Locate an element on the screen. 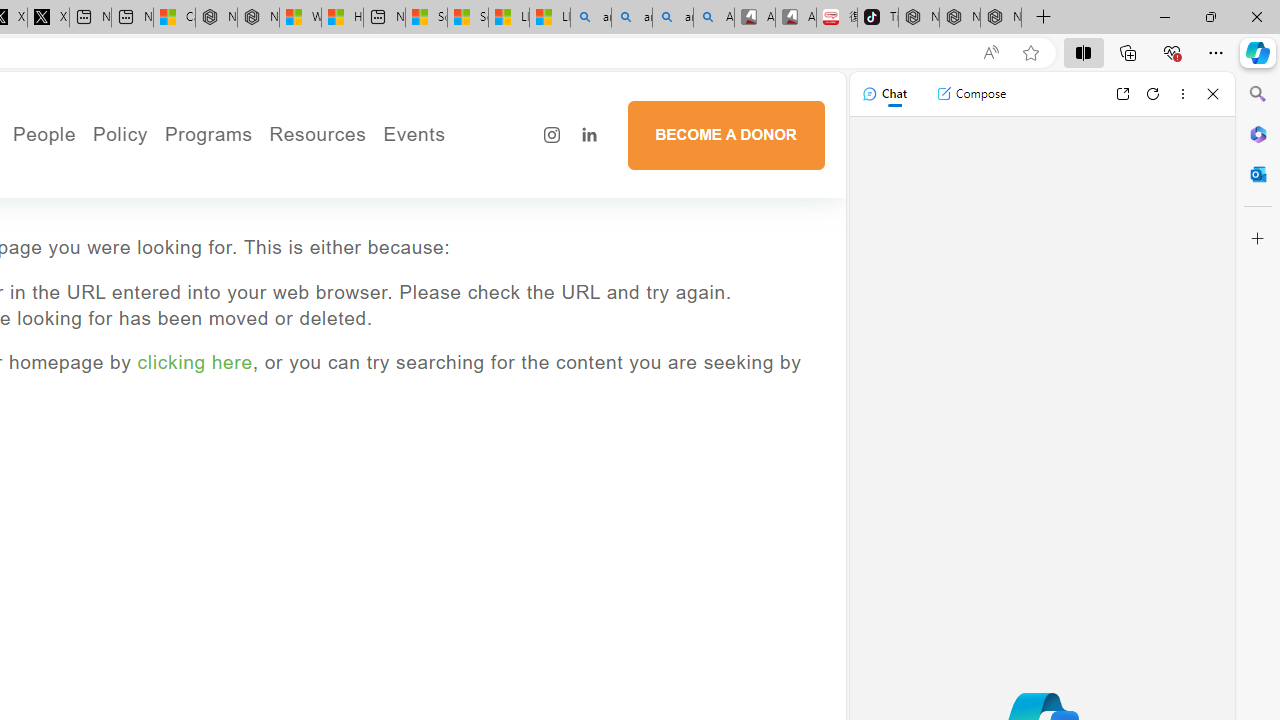  'Close' is located at coordinates (1212, 93).